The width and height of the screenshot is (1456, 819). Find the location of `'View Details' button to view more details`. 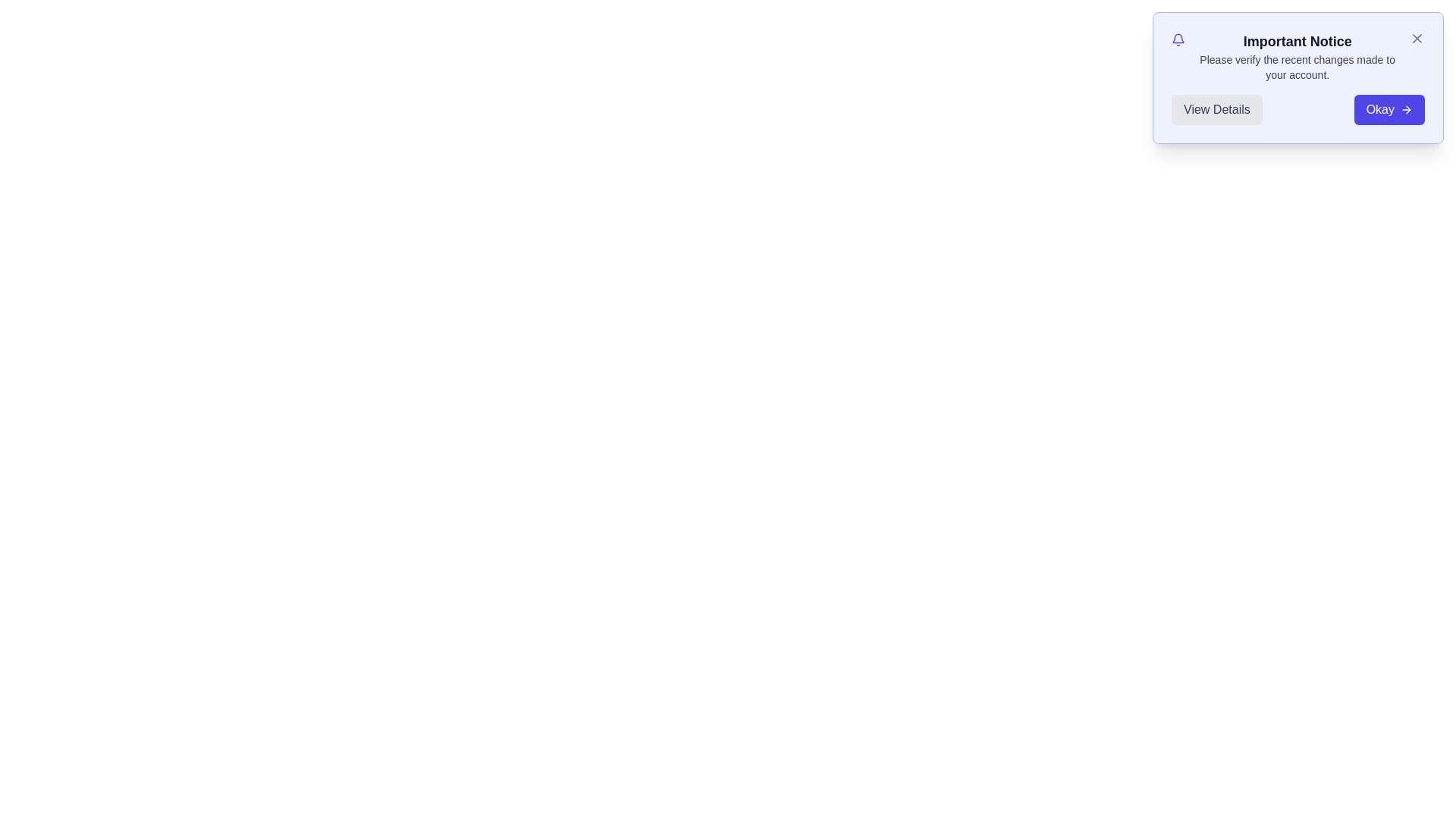

'View Details' button to view more details is located at coordinates (1216, 109).